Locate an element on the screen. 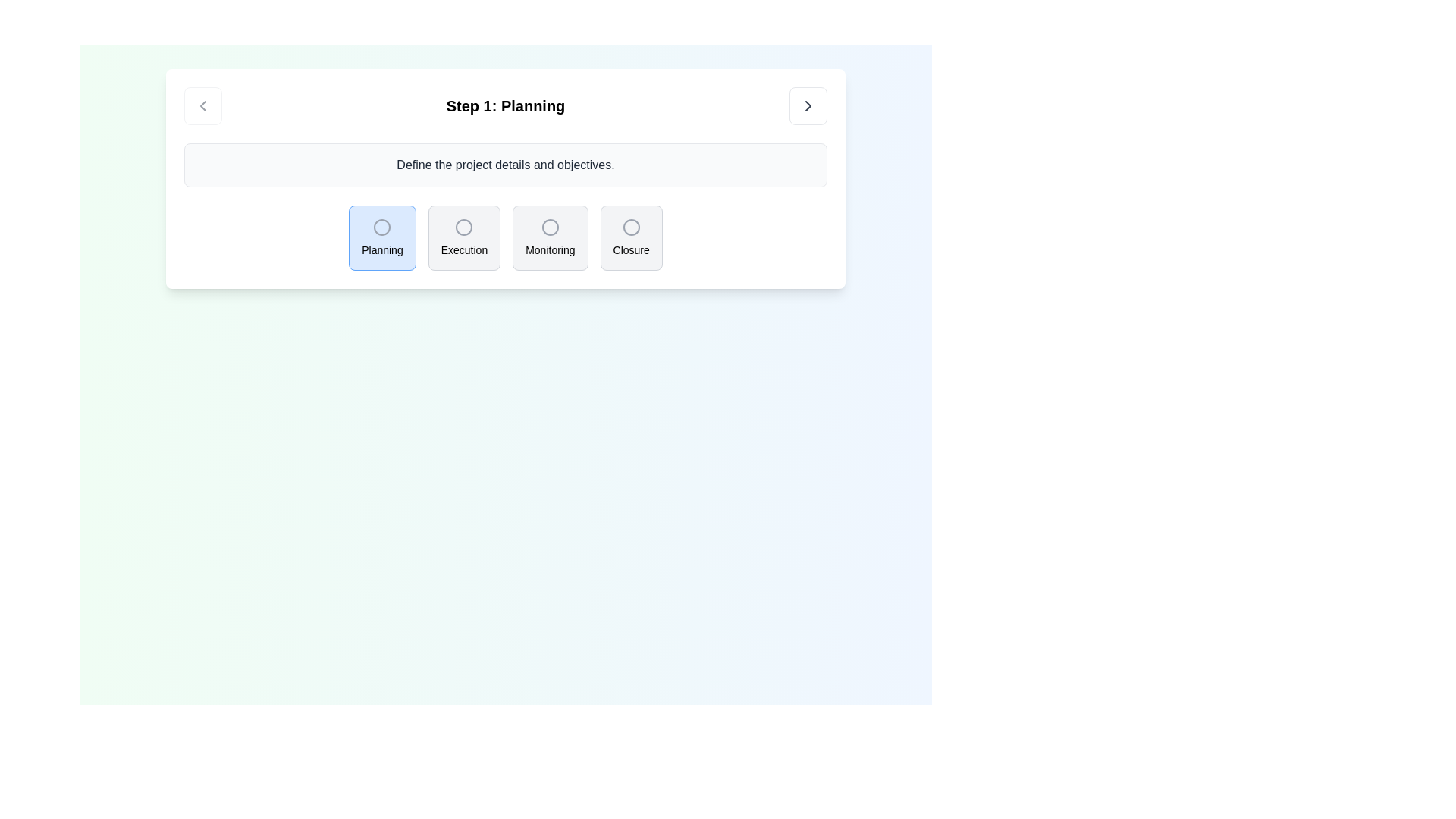  the graphical indicator, a circle with a gray stroke and transparent fill, located within the first selectable icon representing the 'Planning' step is located at coordinates (382, 227).